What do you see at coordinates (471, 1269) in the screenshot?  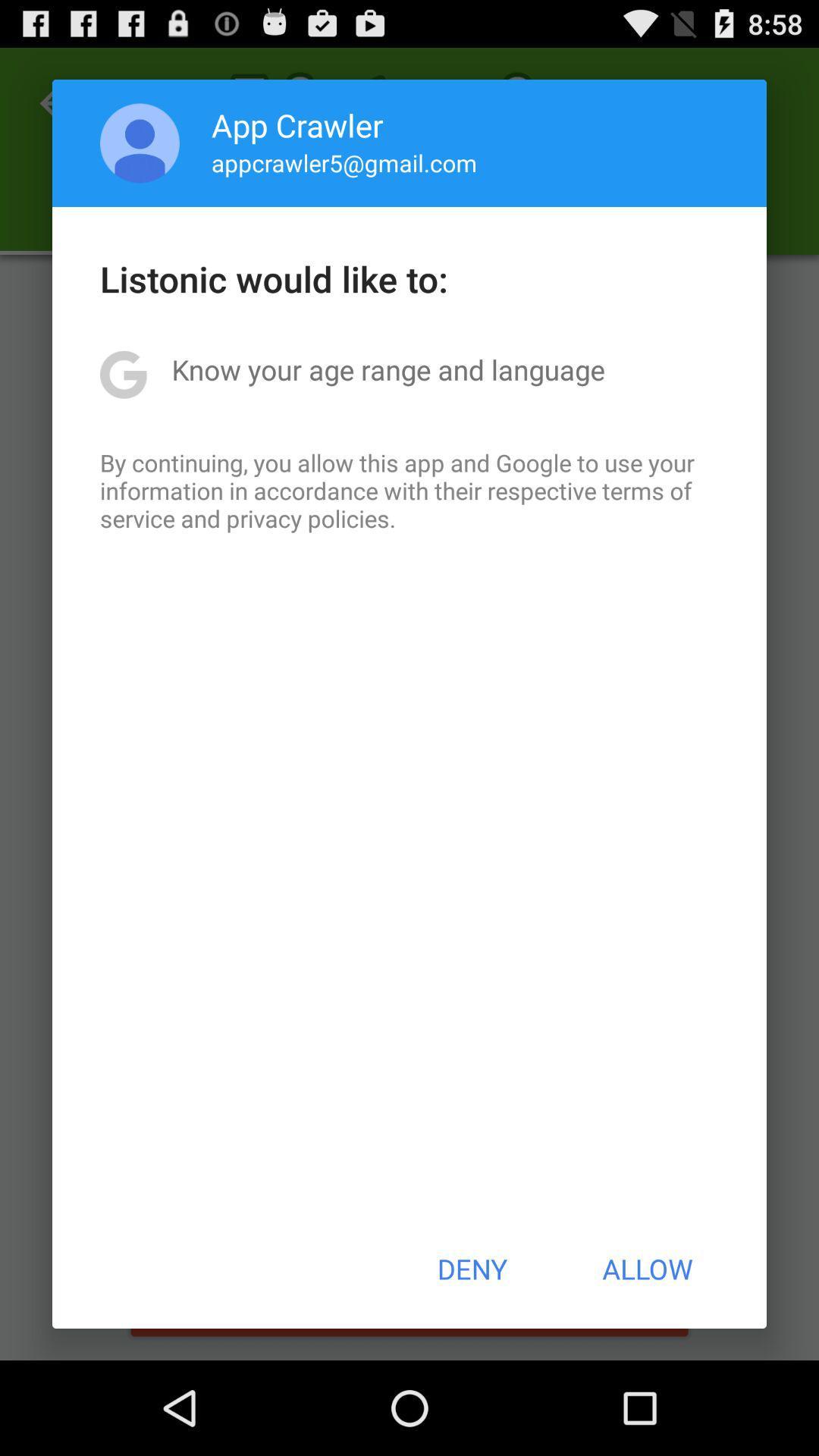 I see `icon below the by continuing you icon` at bounding box center [471, 1269].